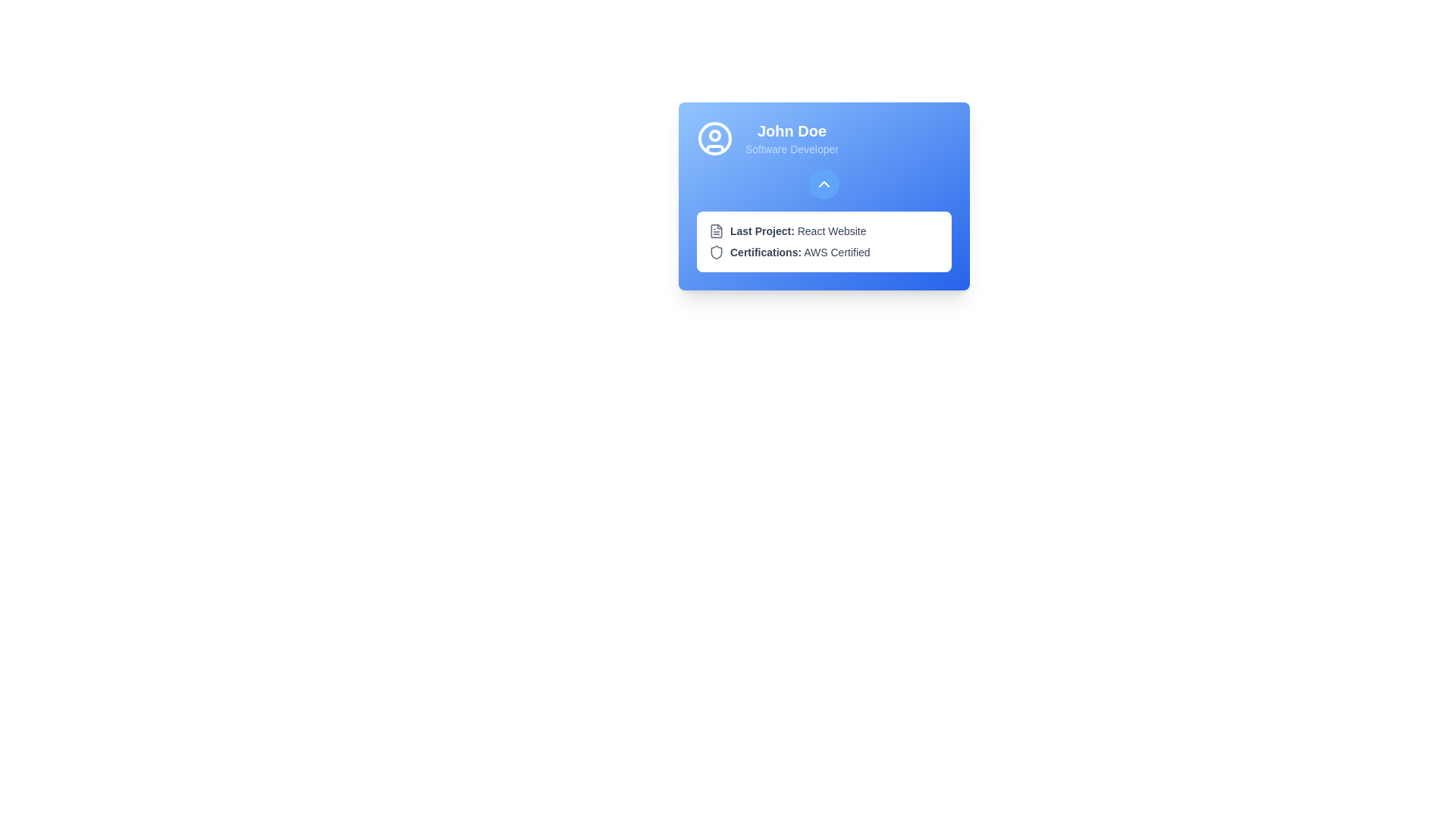 The width and height of the screenshot is (1456, 819). What do you see at coordinates (791, 130) in the screenshot?
I see `text from the 'John Doe' text label, which is styled in bold white font and positioned as the primary label in a card layout above the 'Software Developer' text` at bounding box center [791, 130].